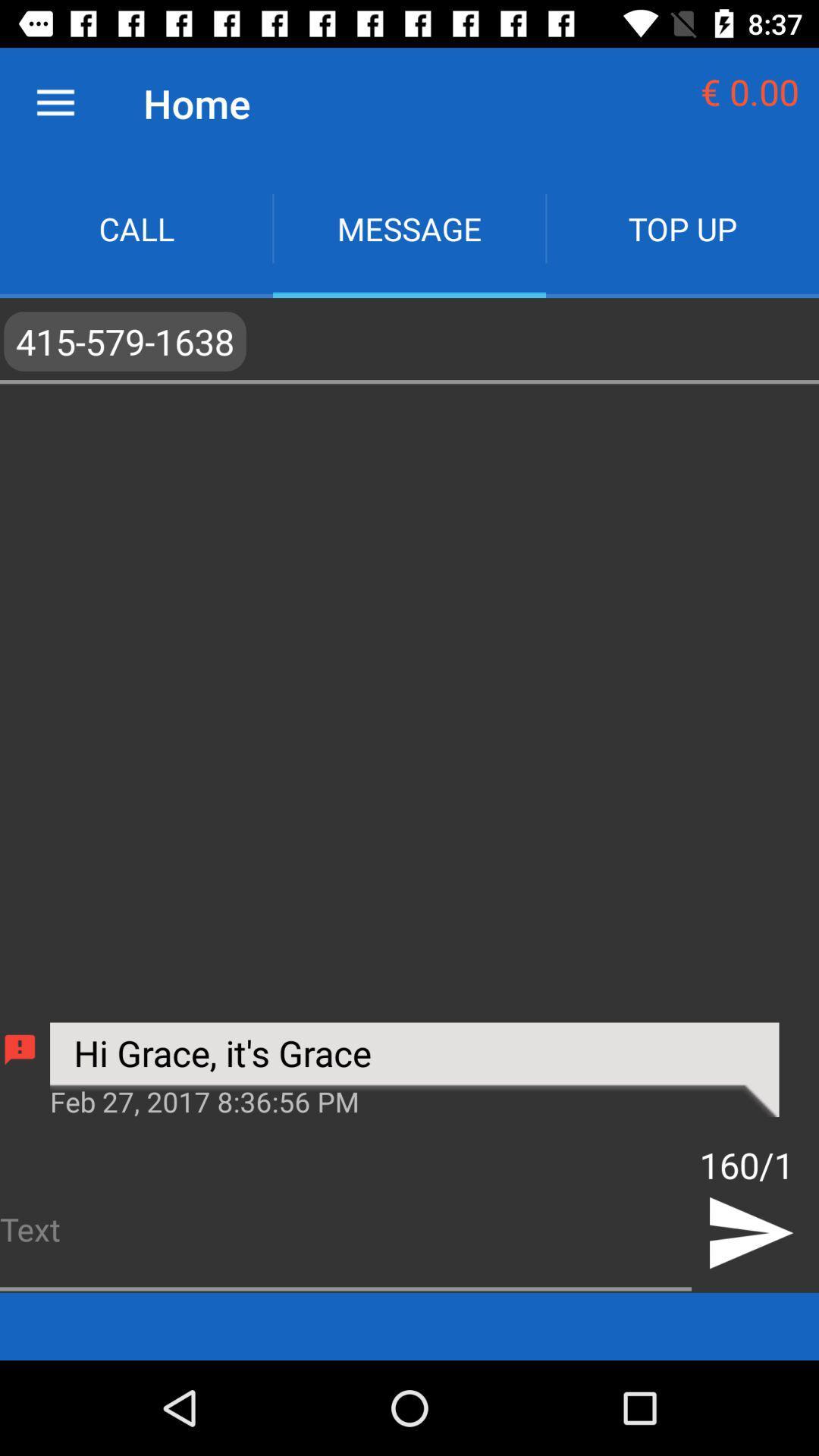 The height and width of the screenshot is (1456, 819). Describe the element at coordinates (20, 1049) in the screenshot. I see `the icon next to hi grace it` at that location.